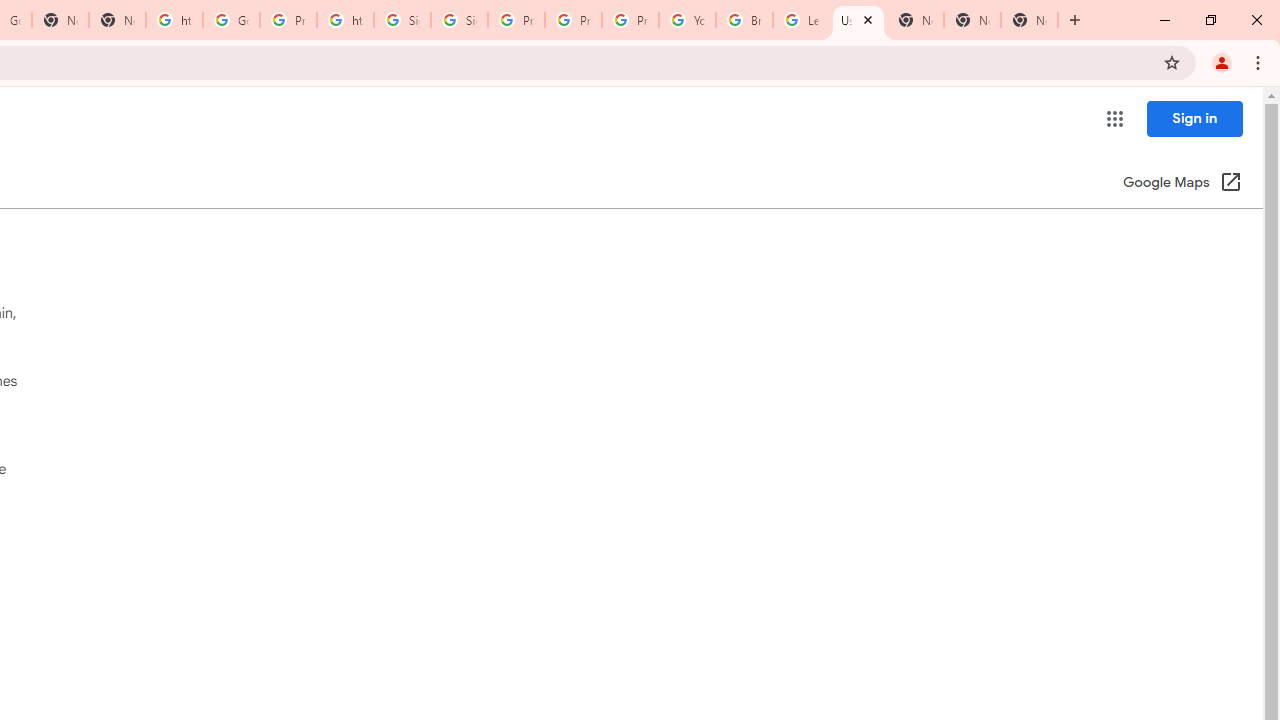 The height and width of the screenshot is (720, 1280). Describe the element at coordinates (174, 20) in the screenshot. I see `'https://scholar.google.com/'` at that location.